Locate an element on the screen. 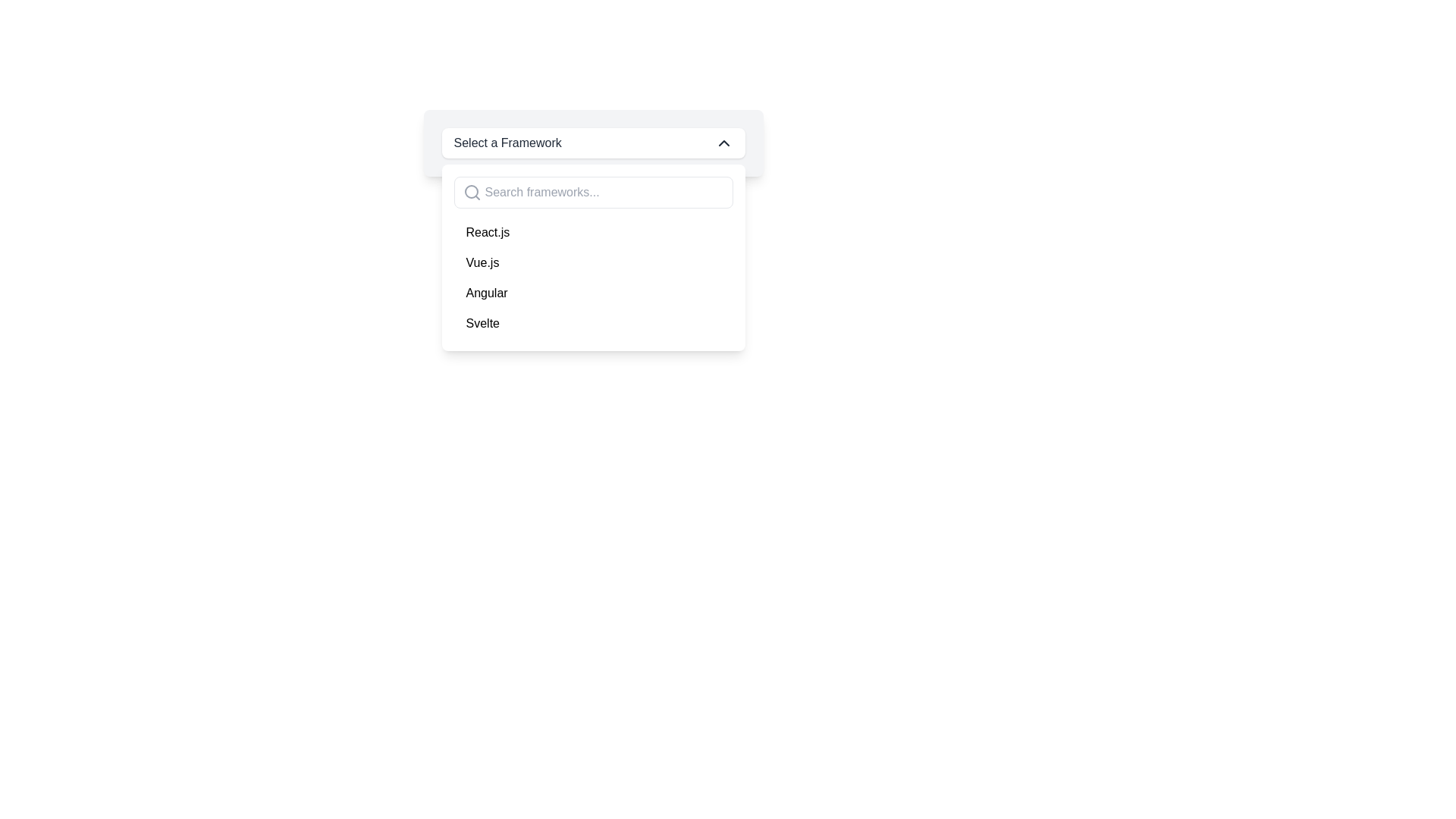  the 'Angular' option in the dropdown menu is located at coordinates (487, 293).